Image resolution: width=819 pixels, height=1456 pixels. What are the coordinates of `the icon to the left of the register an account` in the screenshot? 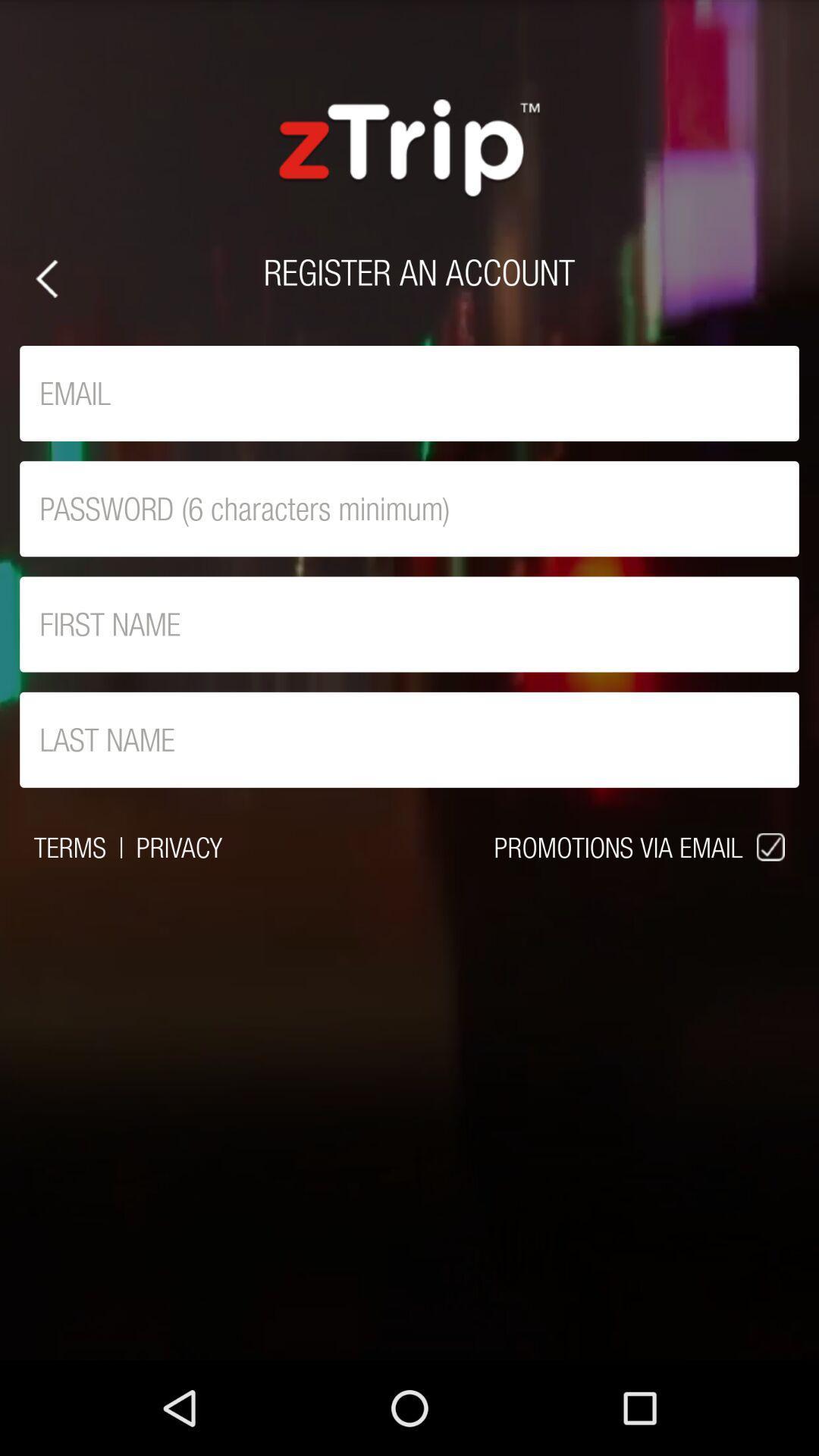 It's located at (45, 278).